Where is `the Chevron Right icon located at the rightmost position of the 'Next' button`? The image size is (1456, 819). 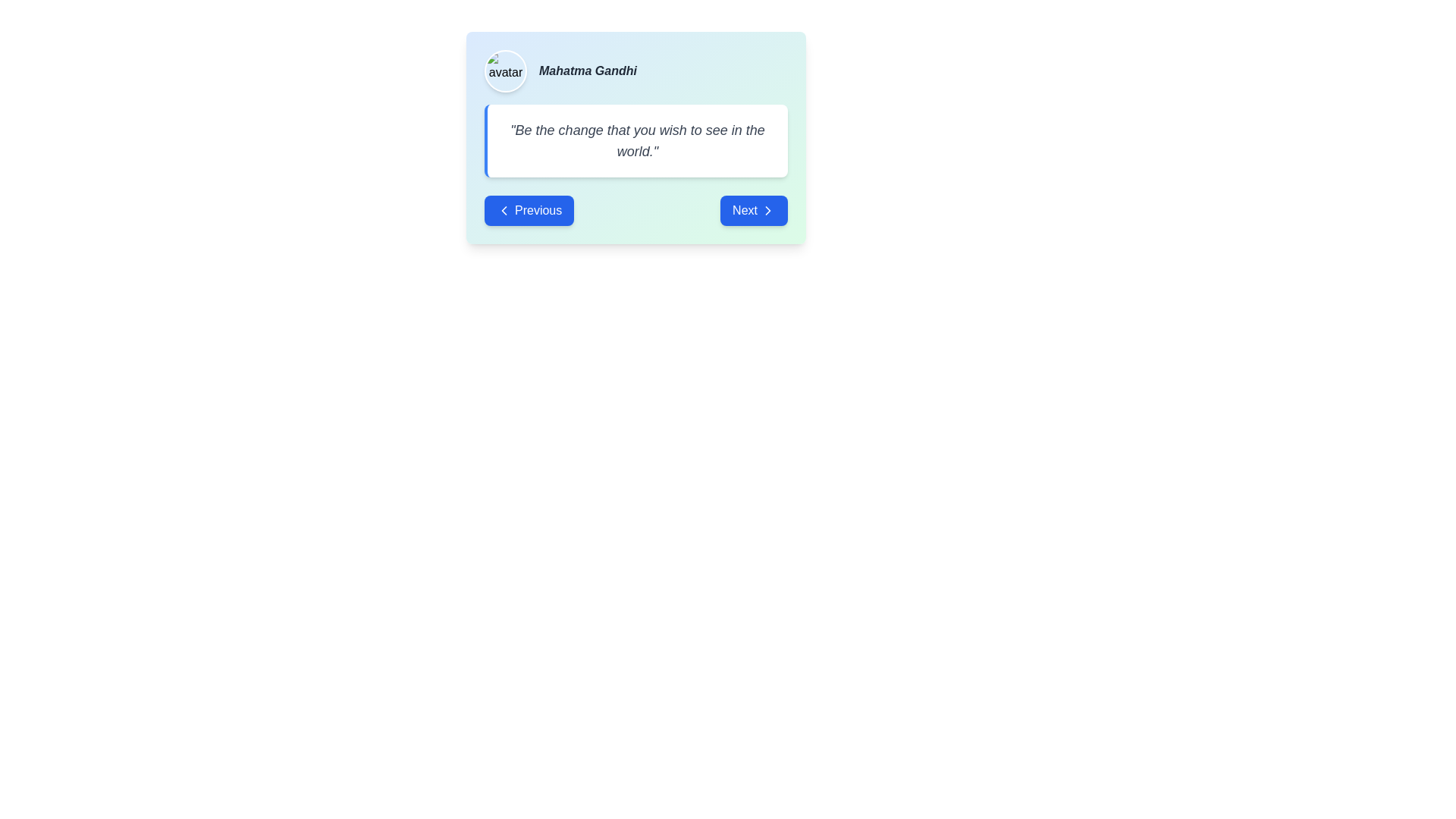
the Chevron Right icon located at the rightmost position of the 'Next' button is located at coordinates (767, 210).